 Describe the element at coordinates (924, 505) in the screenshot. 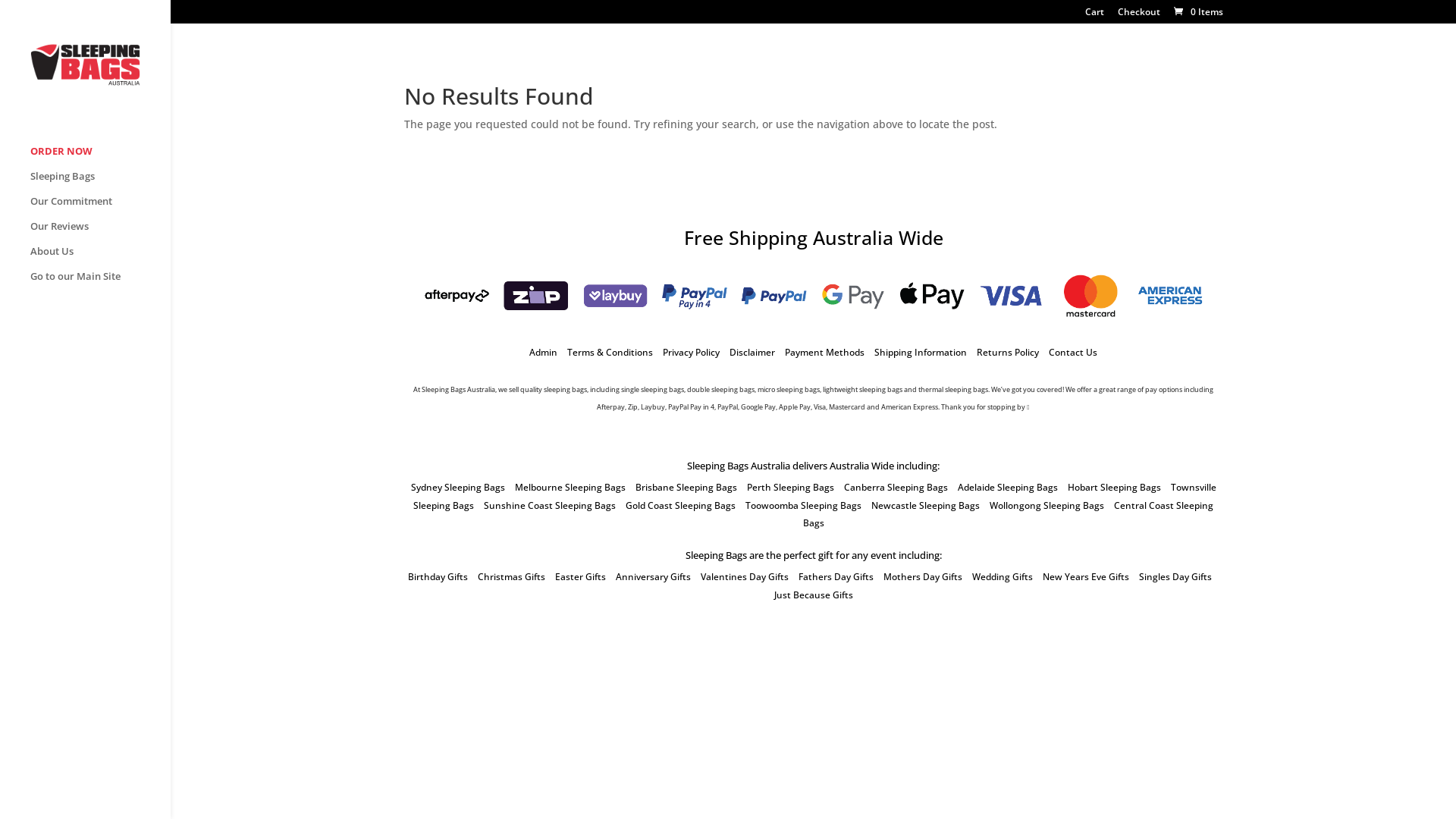

I see `'Newcastle Sleeping Bags'` at that location.